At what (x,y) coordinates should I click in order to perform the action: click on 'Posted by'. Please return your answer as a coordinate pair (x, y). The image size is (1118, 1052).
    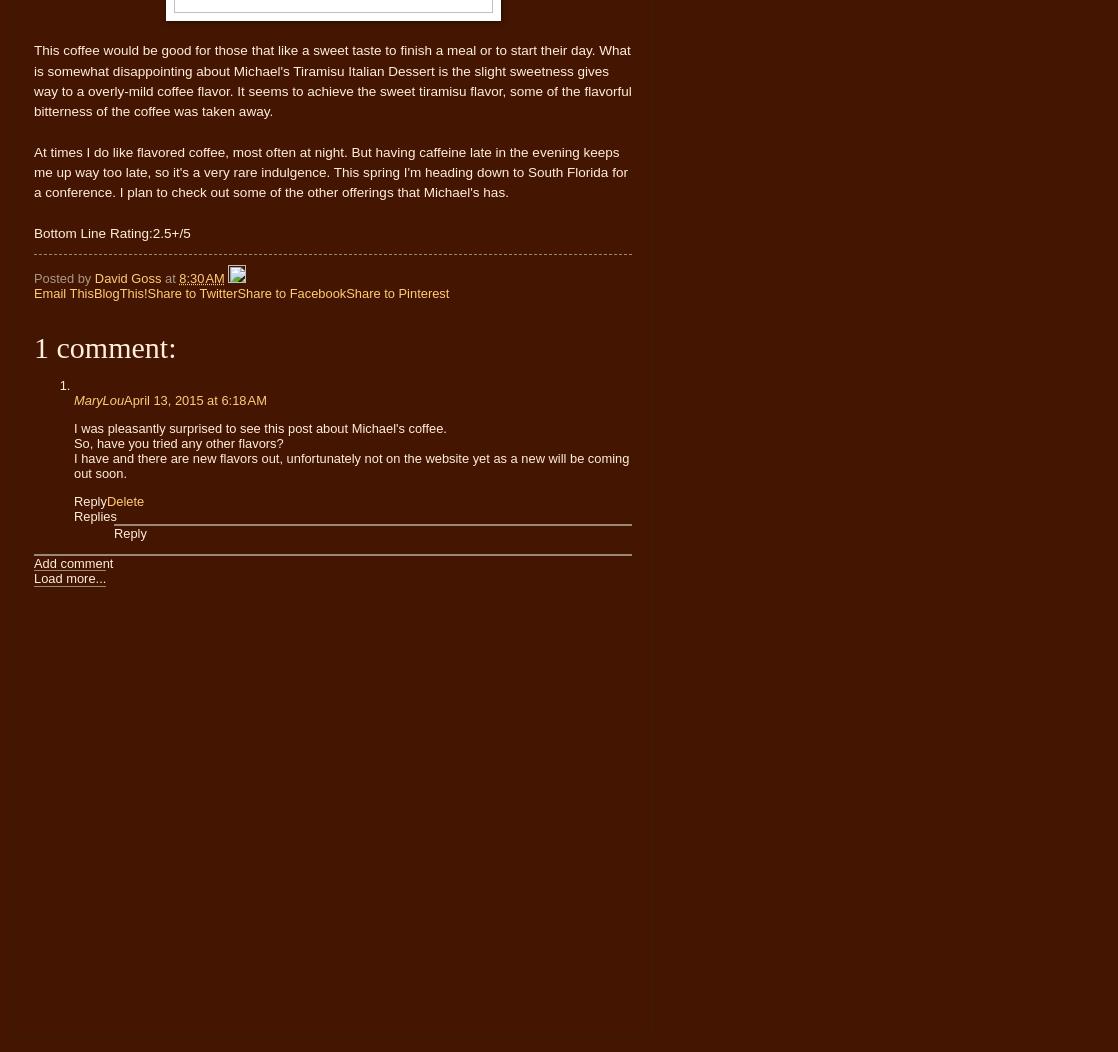
    Looking at the image, I should click on (33, 278).